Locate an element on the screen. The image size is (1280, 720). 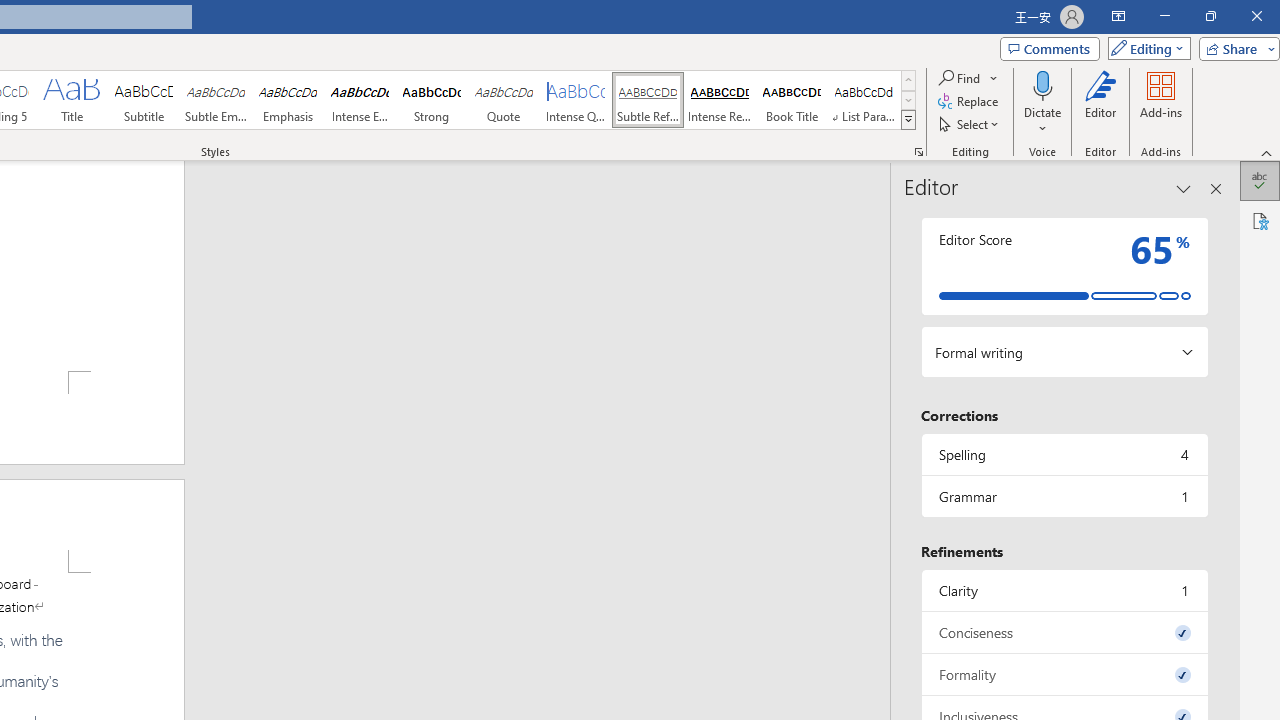
'Subtitle' is located at coordinates (143, 100).